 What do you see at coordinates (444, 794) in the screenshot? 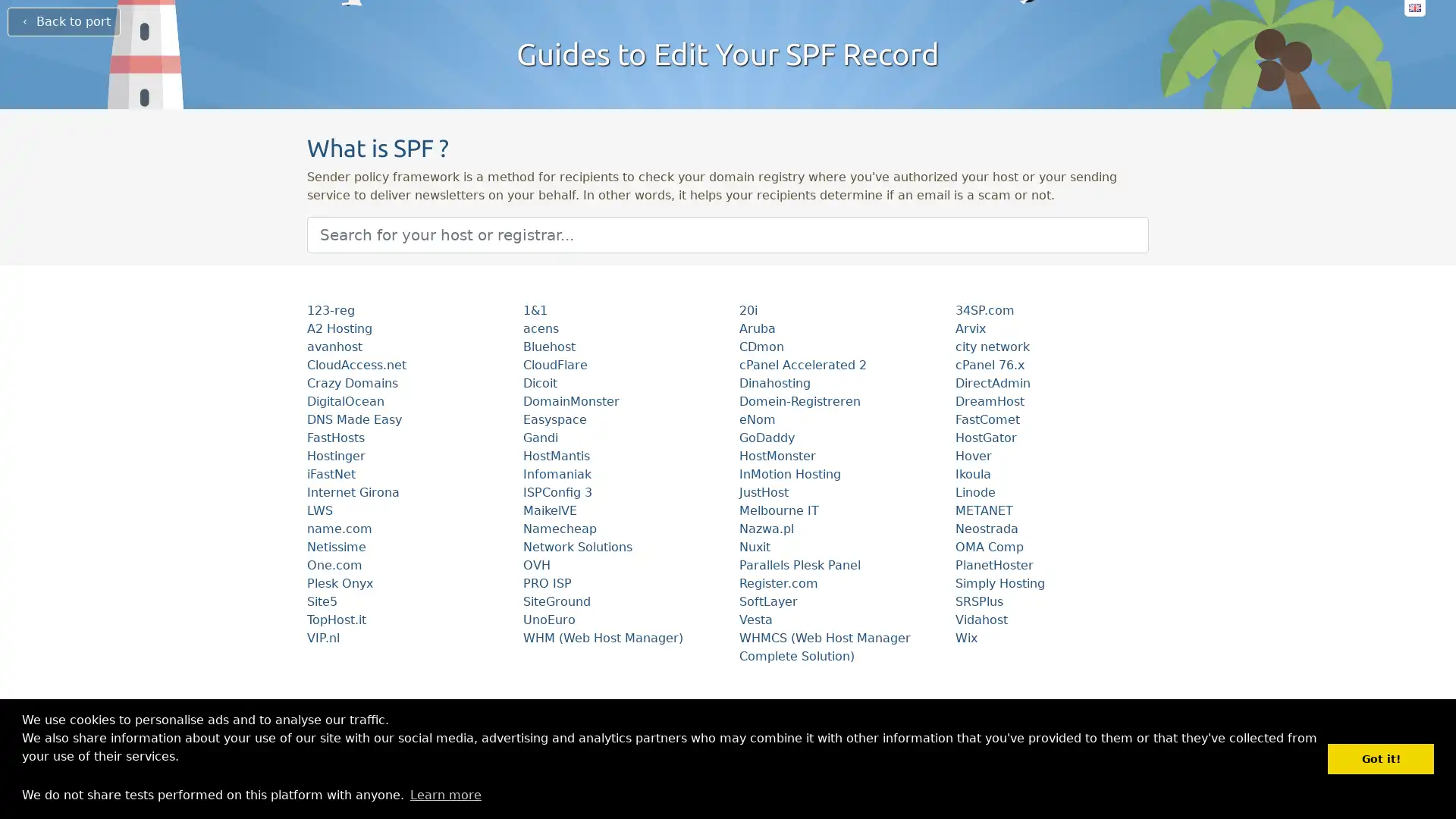
I see `learn more about cookies` at bounding box center [444, 794].